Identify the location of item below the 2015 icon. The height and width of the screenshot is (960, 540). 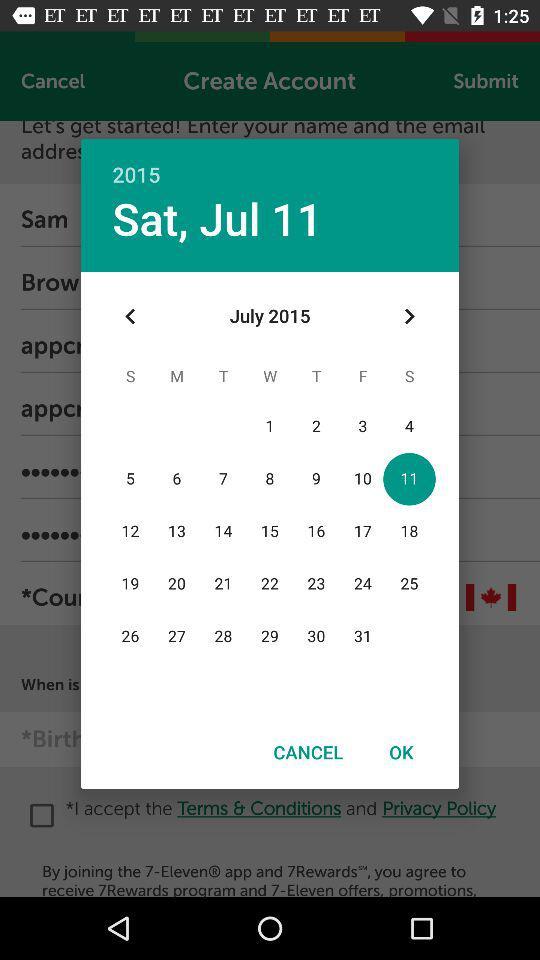
(408, 316).